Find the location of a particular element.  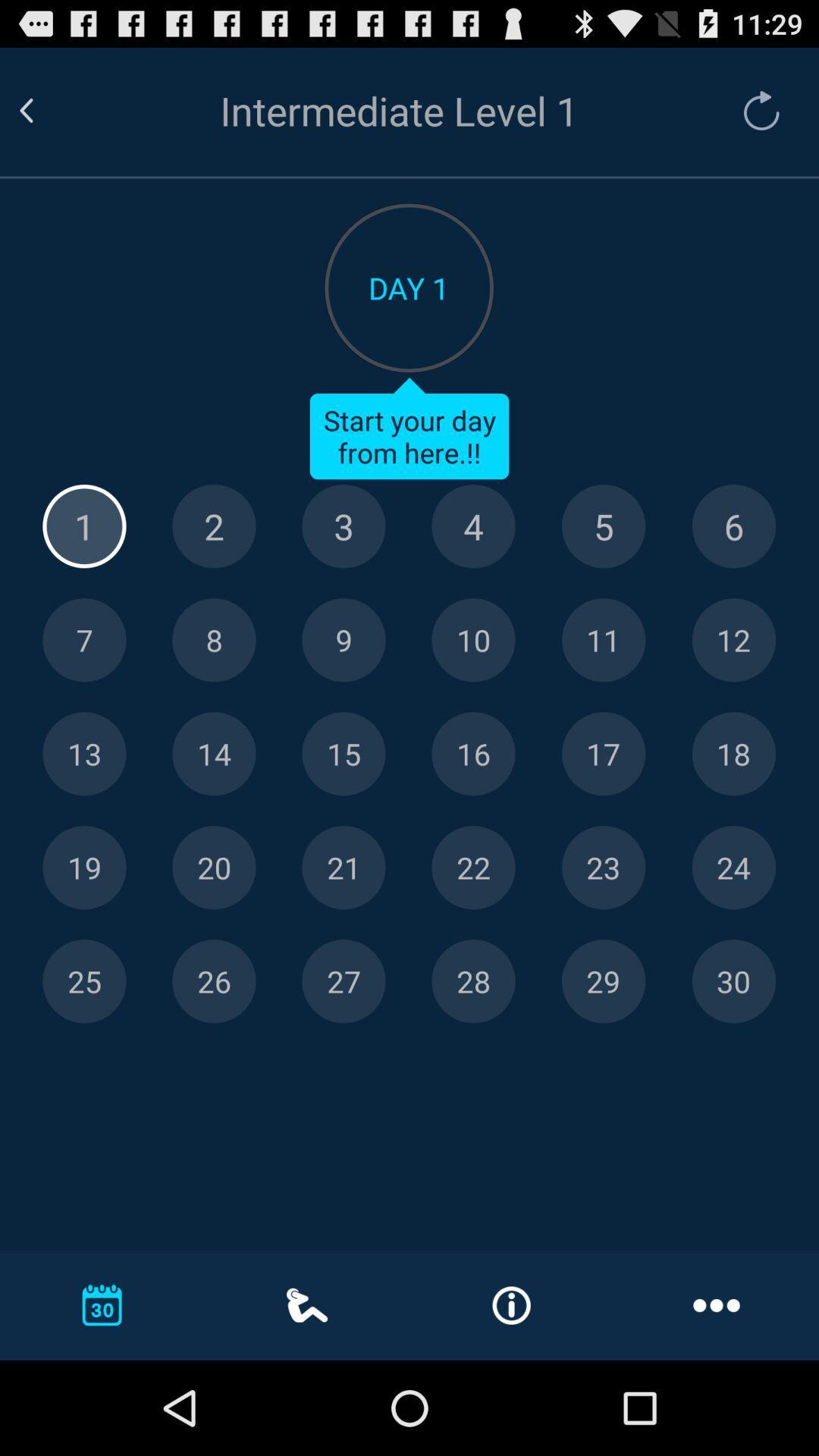

return to the previous page is located at coordinates (44, 110).